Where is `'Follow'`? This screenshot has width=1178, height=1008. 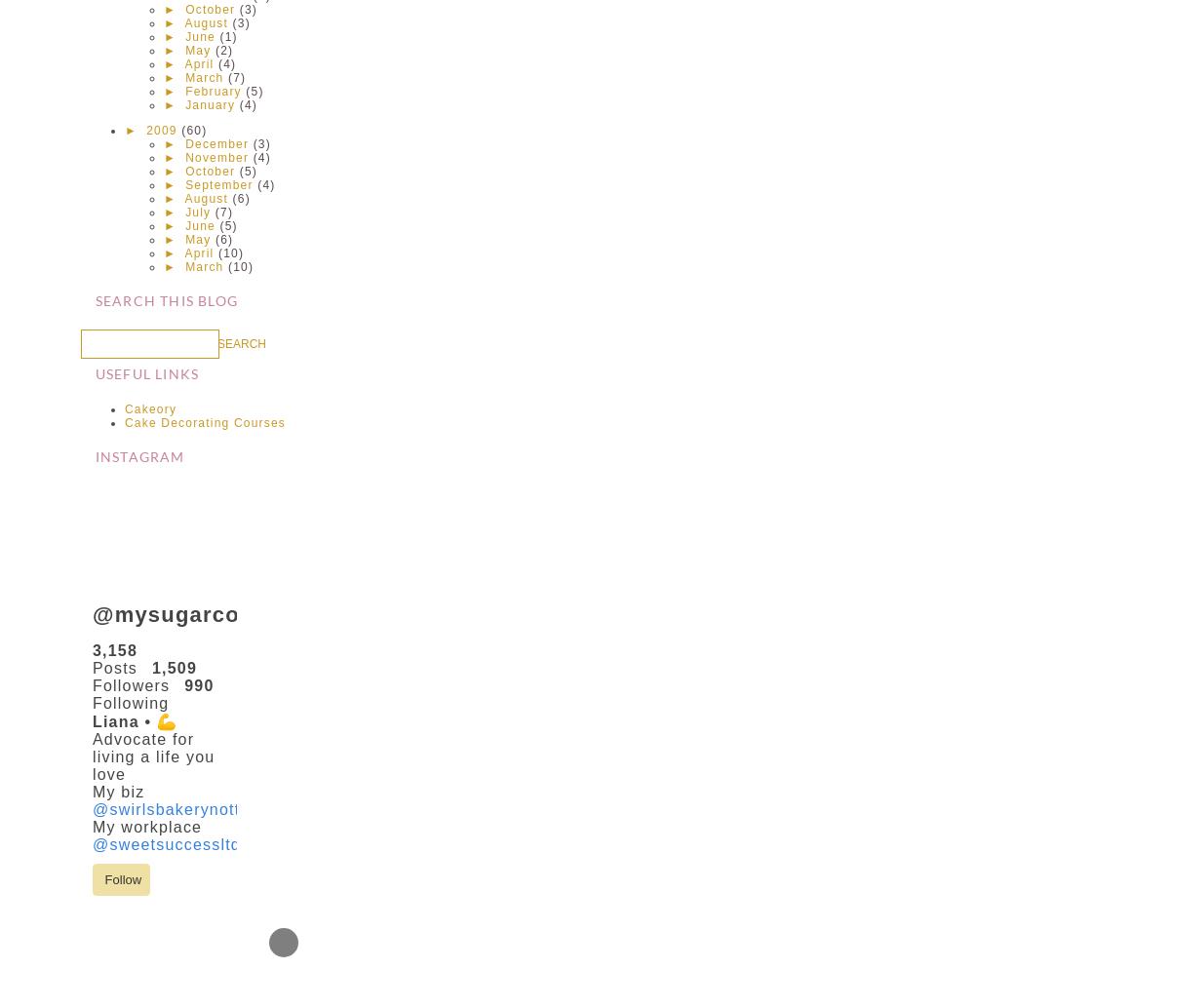
'Follow' is located at coordinates (120, 878).